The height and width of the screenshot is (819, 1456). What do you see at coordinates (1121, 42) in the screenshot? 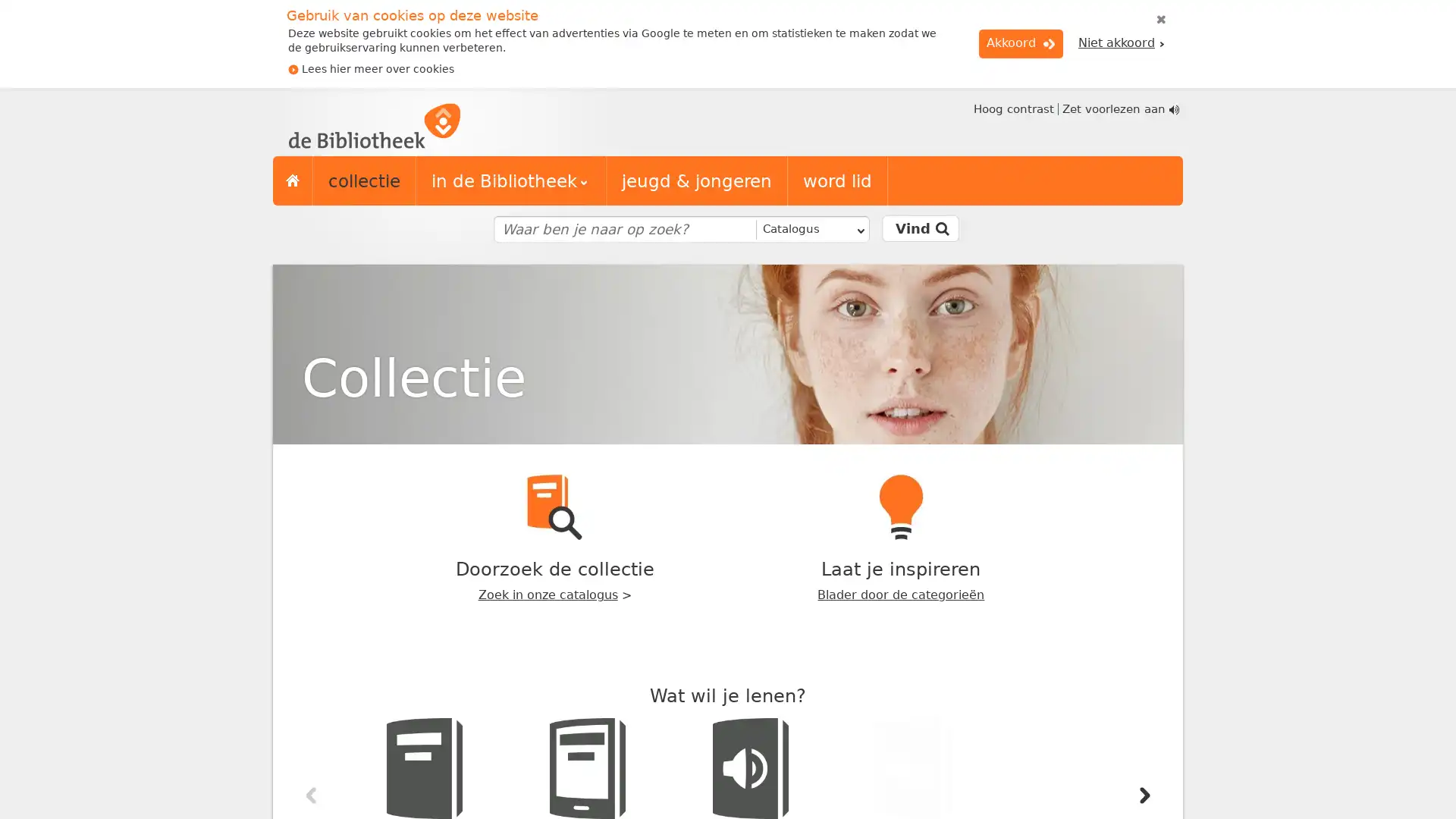
I see `Niet akkoord` at bounding box center [1121, 42].